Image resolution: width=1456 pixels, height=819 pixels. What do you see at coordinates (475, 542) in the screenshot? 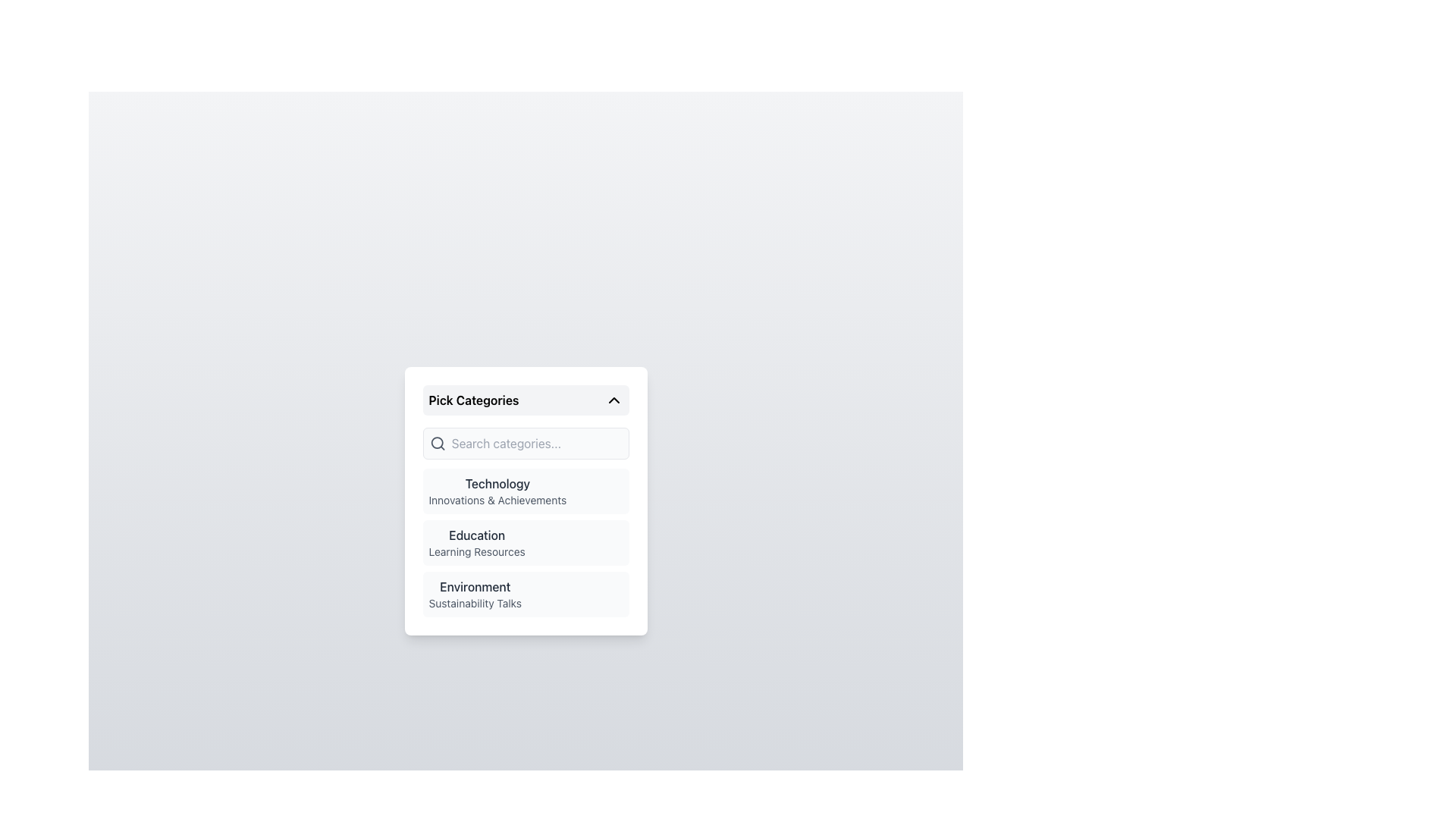
I see `the second selectable card labeled 'Education' in the 'Pick Categories' section` at bounding box center [475, 542].